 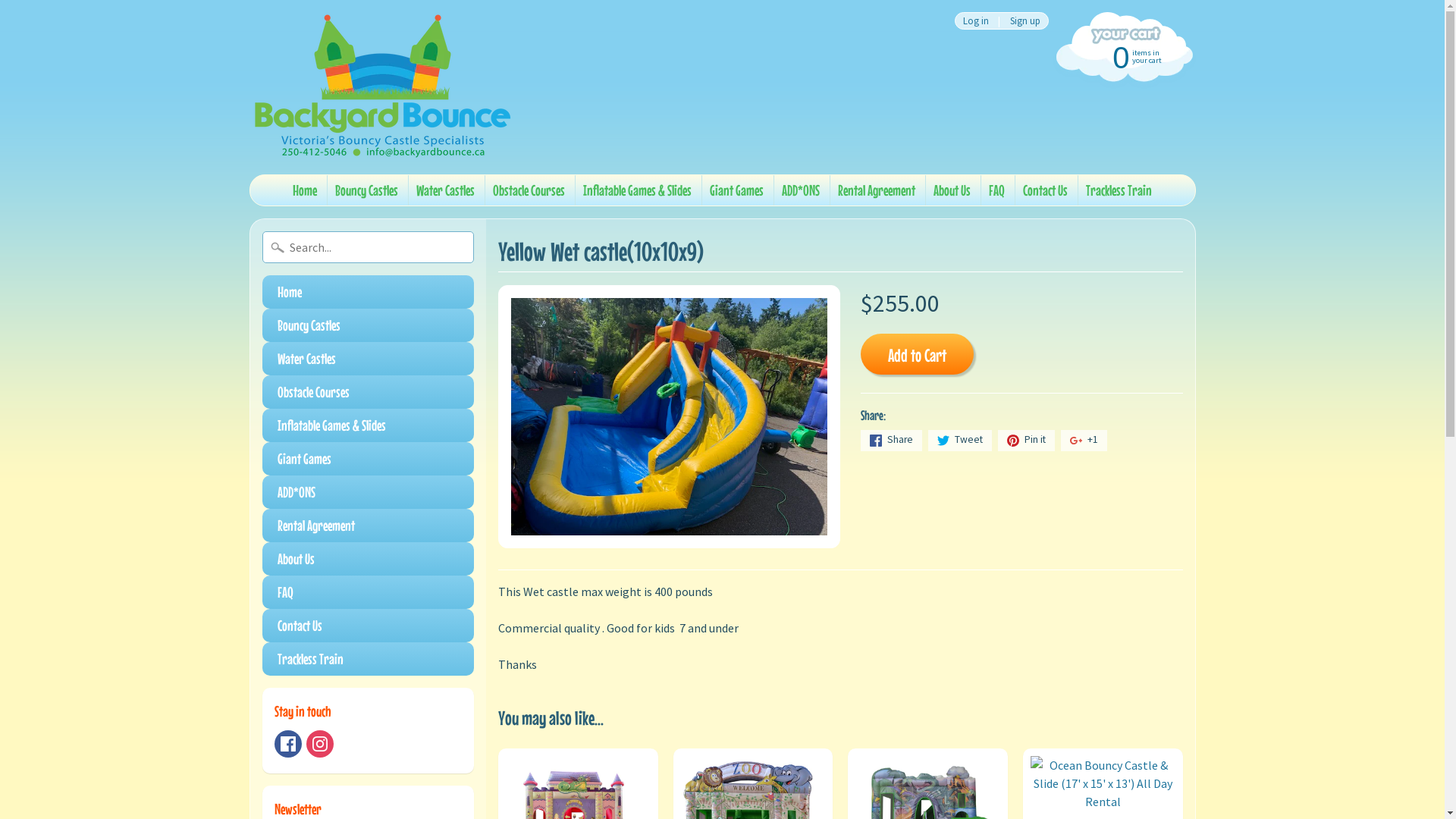 I want to click on 'Inflatable Games & Slides', so click(x=368, y=425).